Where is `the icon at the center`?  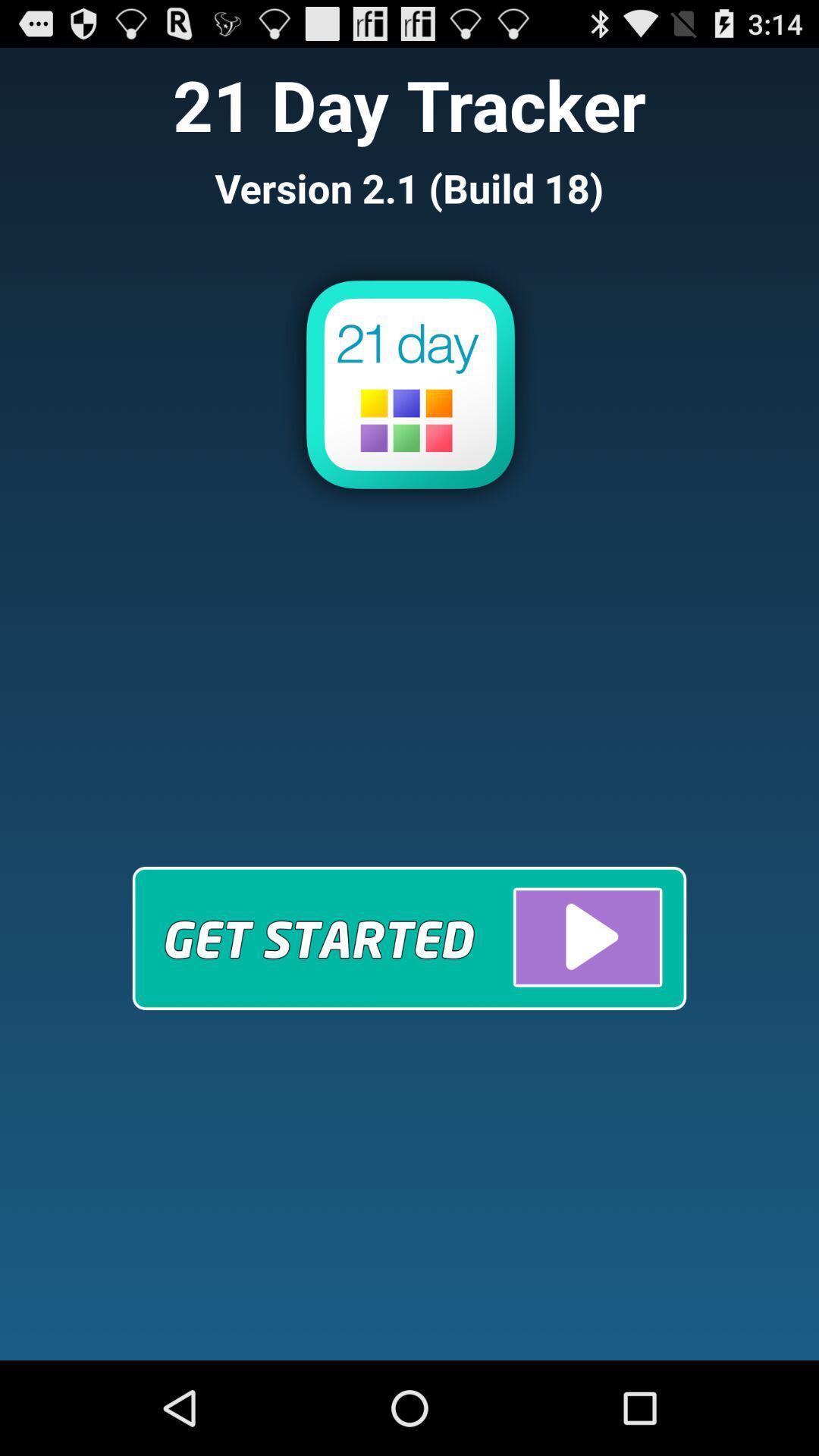
the icon at the center is located at coordinates (409, 937).